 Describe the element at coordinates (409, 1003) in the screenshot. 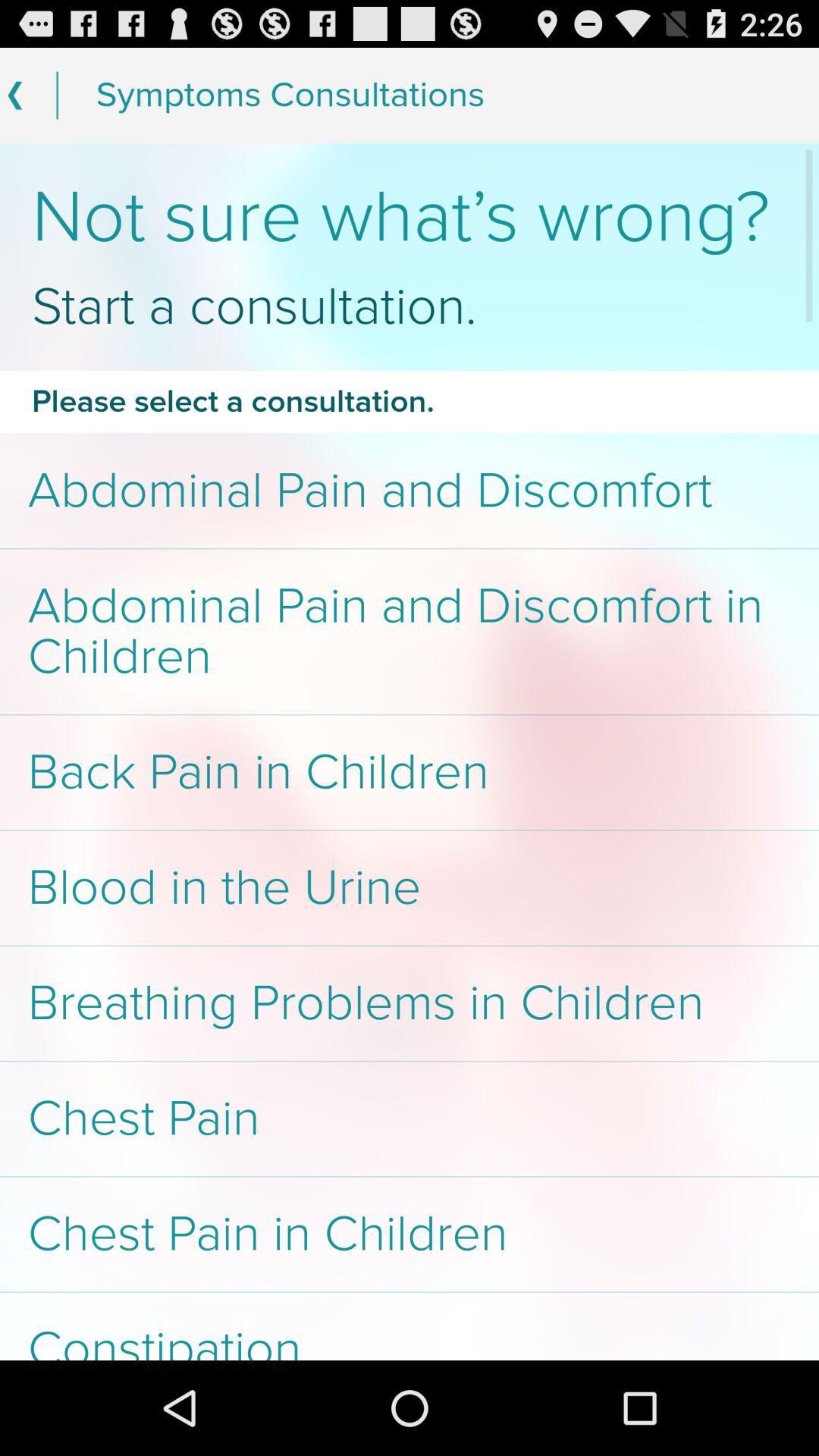

I see `the breathing problems in` at that location.